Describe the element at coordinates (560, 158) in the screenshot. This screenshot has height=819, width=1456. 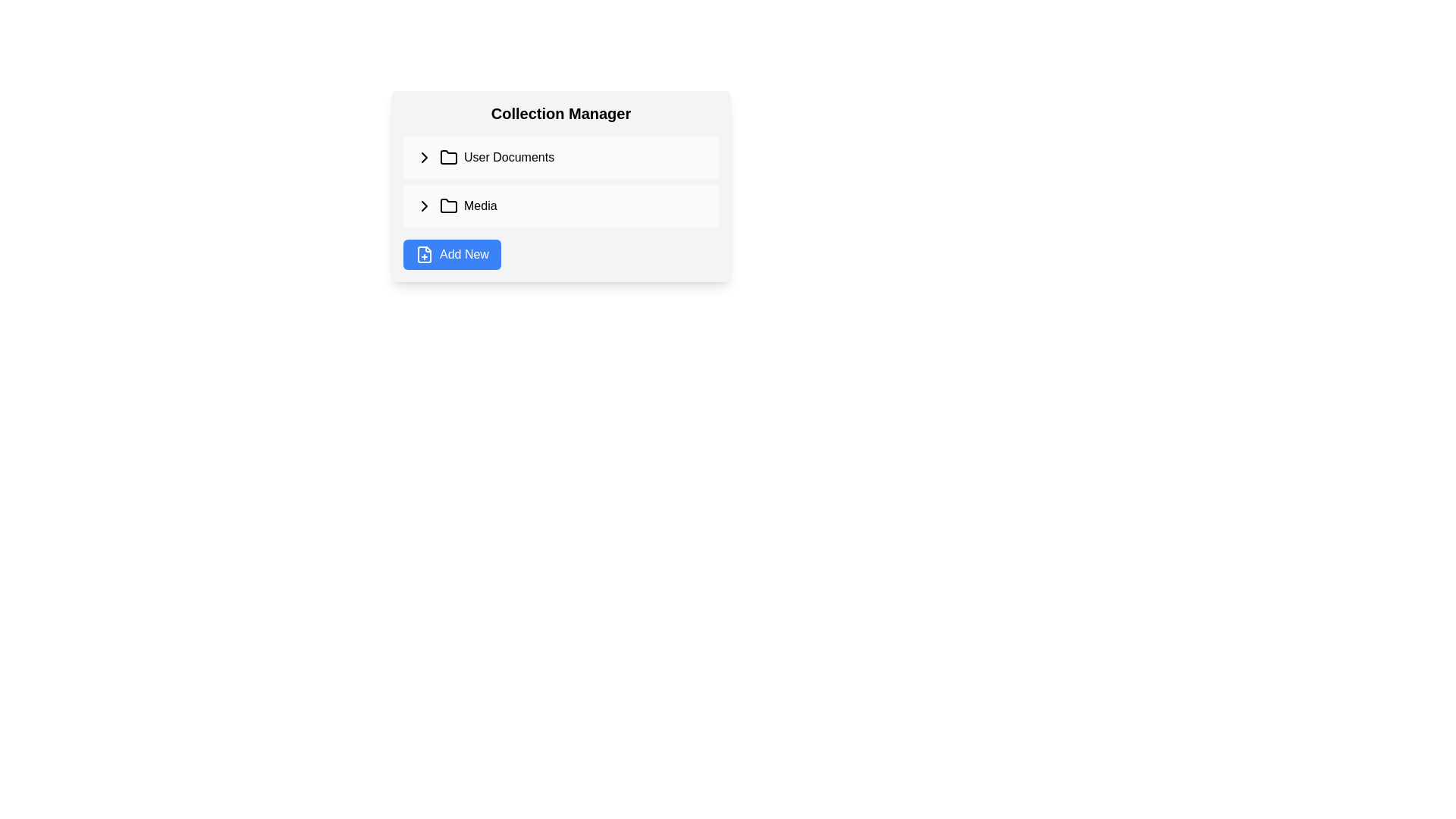
I see `the first entry in the vertical list under 'Collection Manager' labeled 'User Documents'` at that location.